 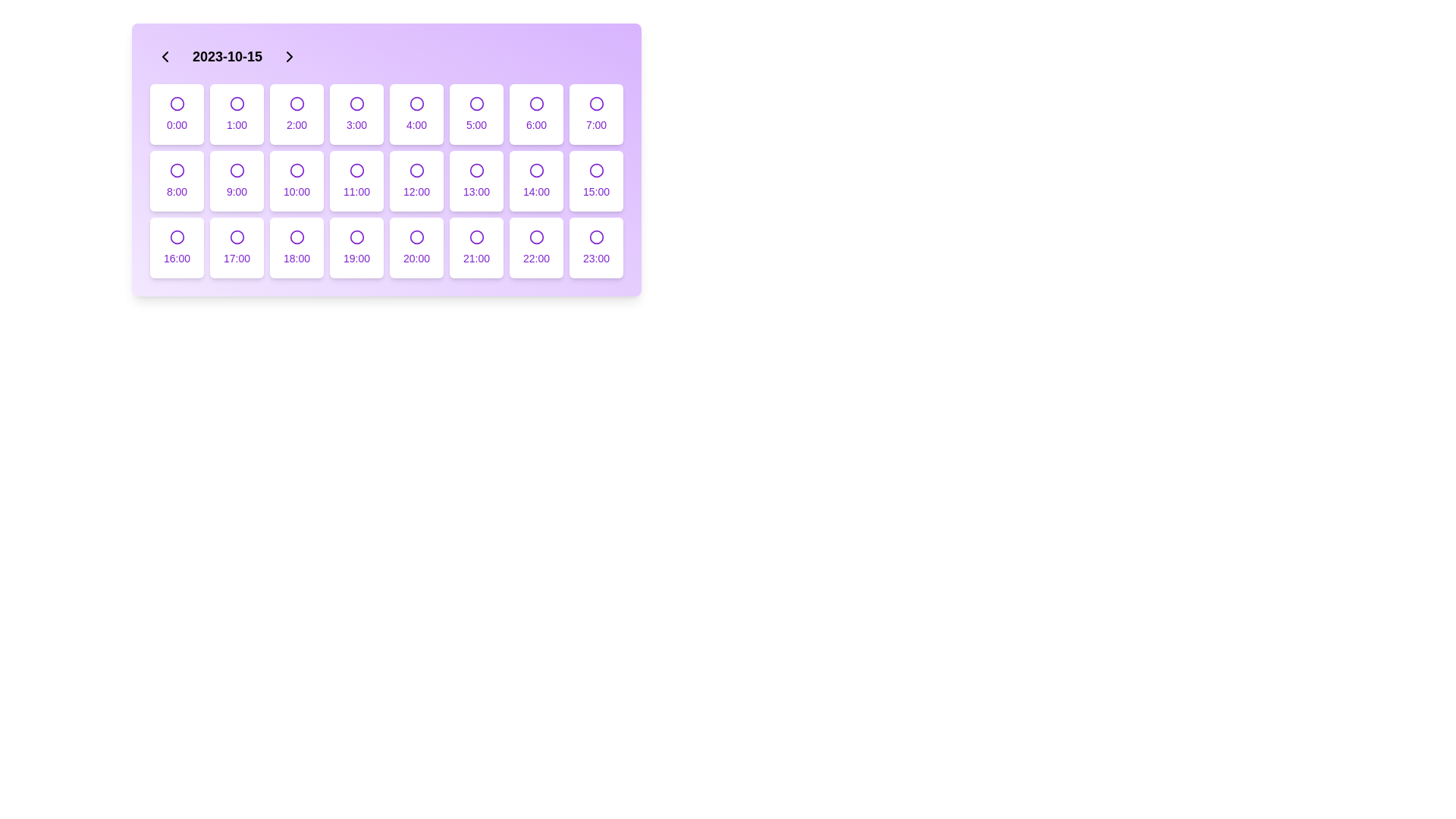 I want to click on the SVG circle selection indicator for the time slot '0:00' located in the top-left corner of the grid under '2023-10-15', so click(x=177, y=103).